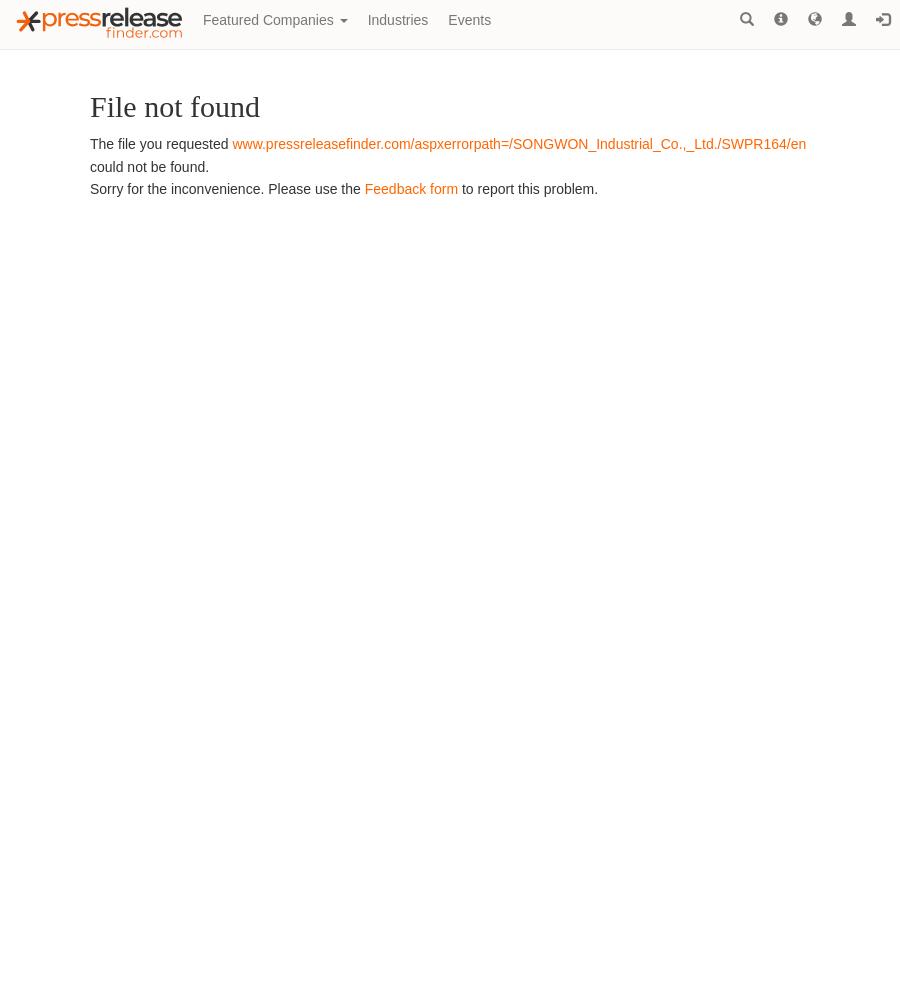  I want to click on 'File not found', so click(174, 105).